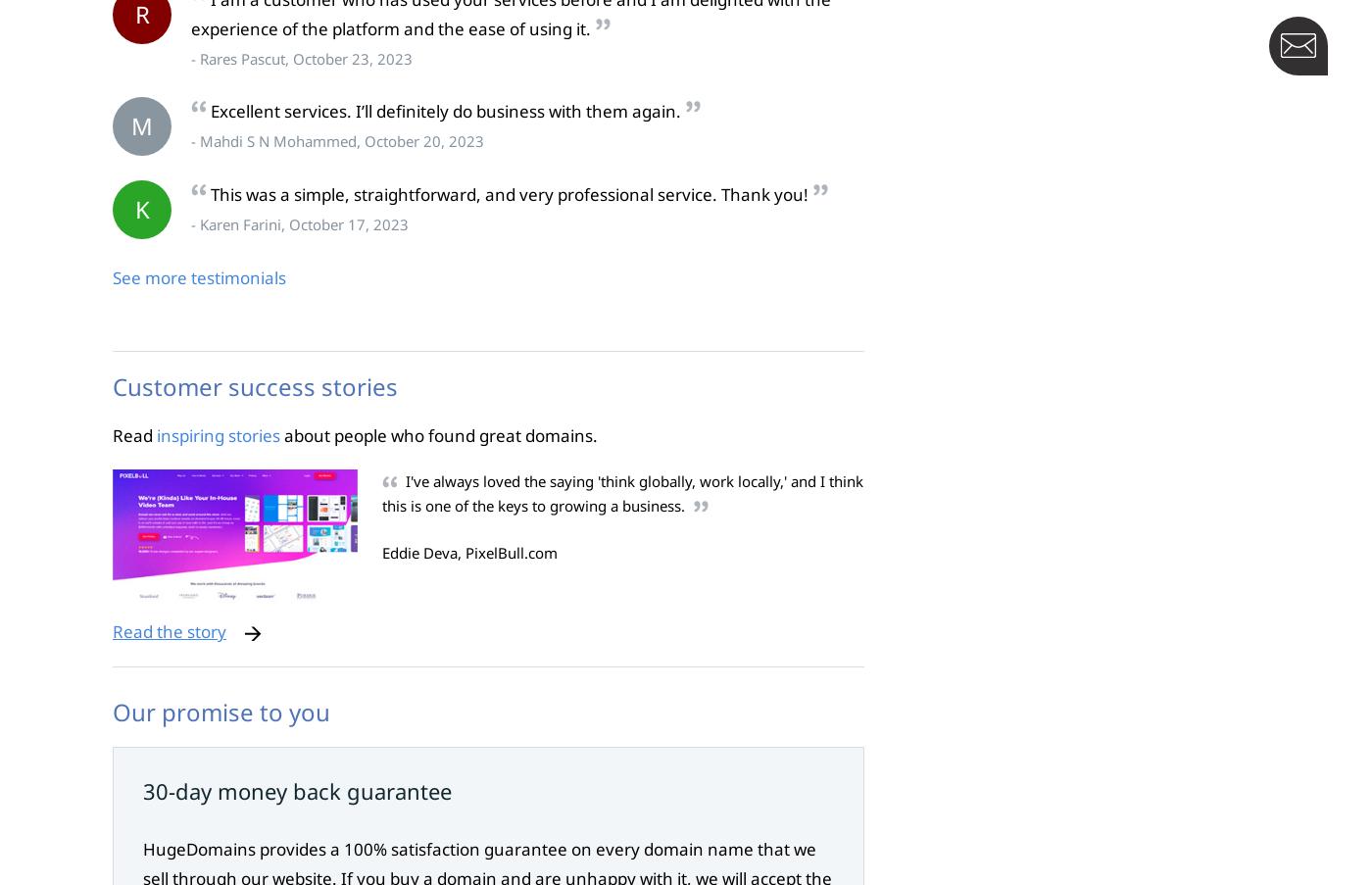  I want to click on 'Customer success stories', so click(255, 384).